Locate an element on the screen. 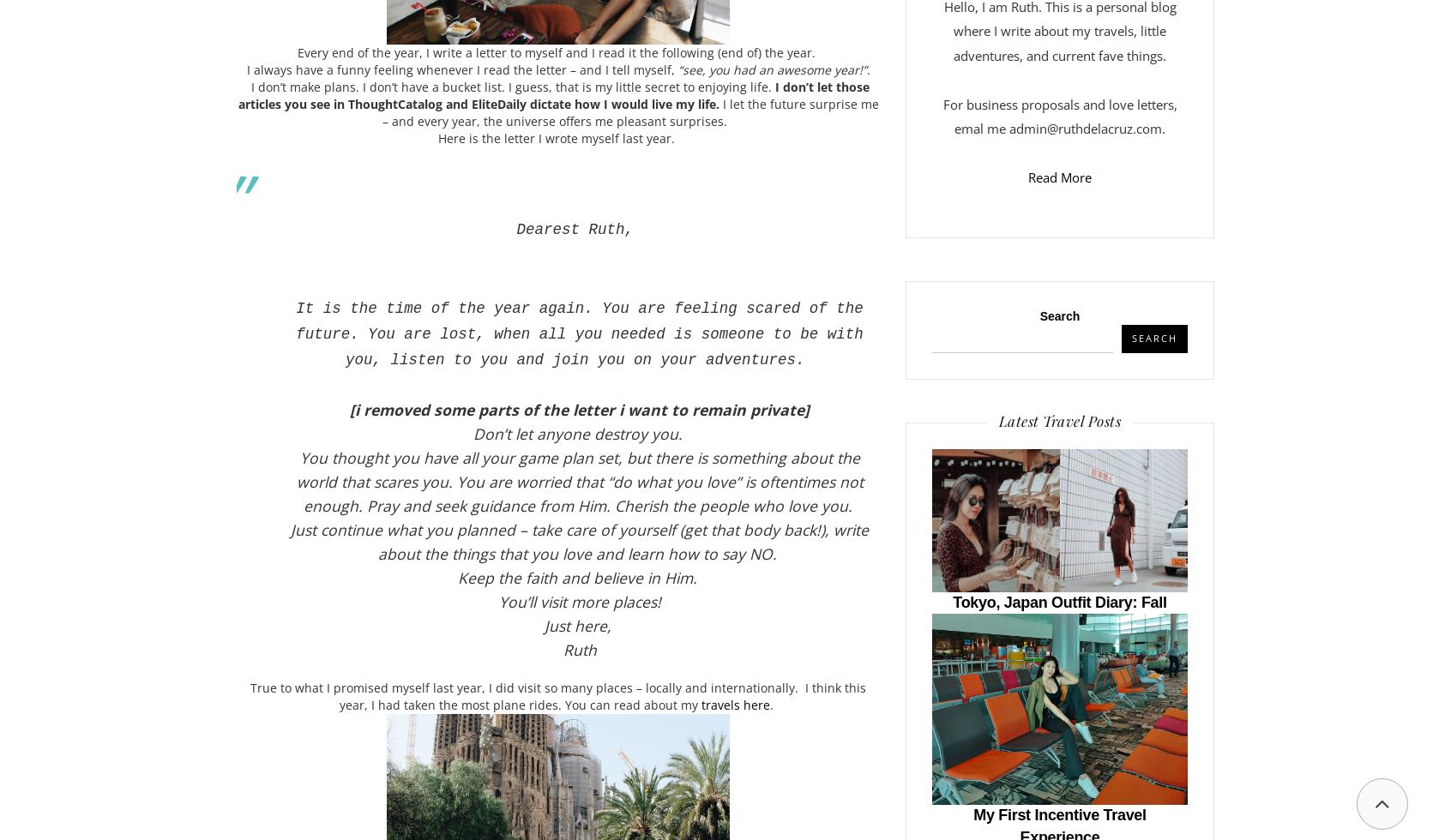 Image resolution: width=1451 pixels, height=840 pixels. 'For business proposals and love letters, emal me' is located at coordinates (942, 116).